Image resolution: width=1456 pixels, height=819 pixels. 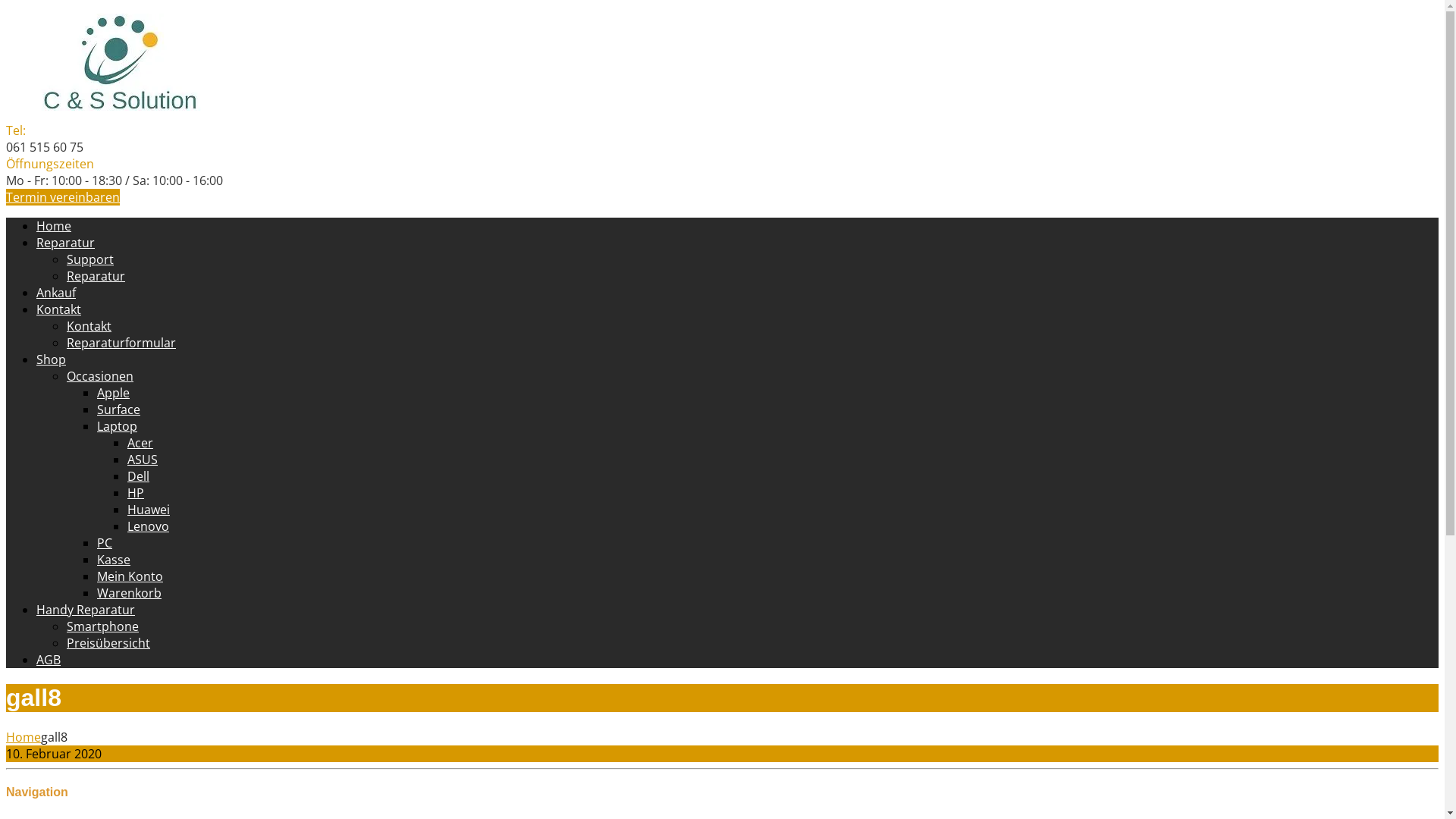 I want to click on 'Reparatur', so click(x=64, y=242).